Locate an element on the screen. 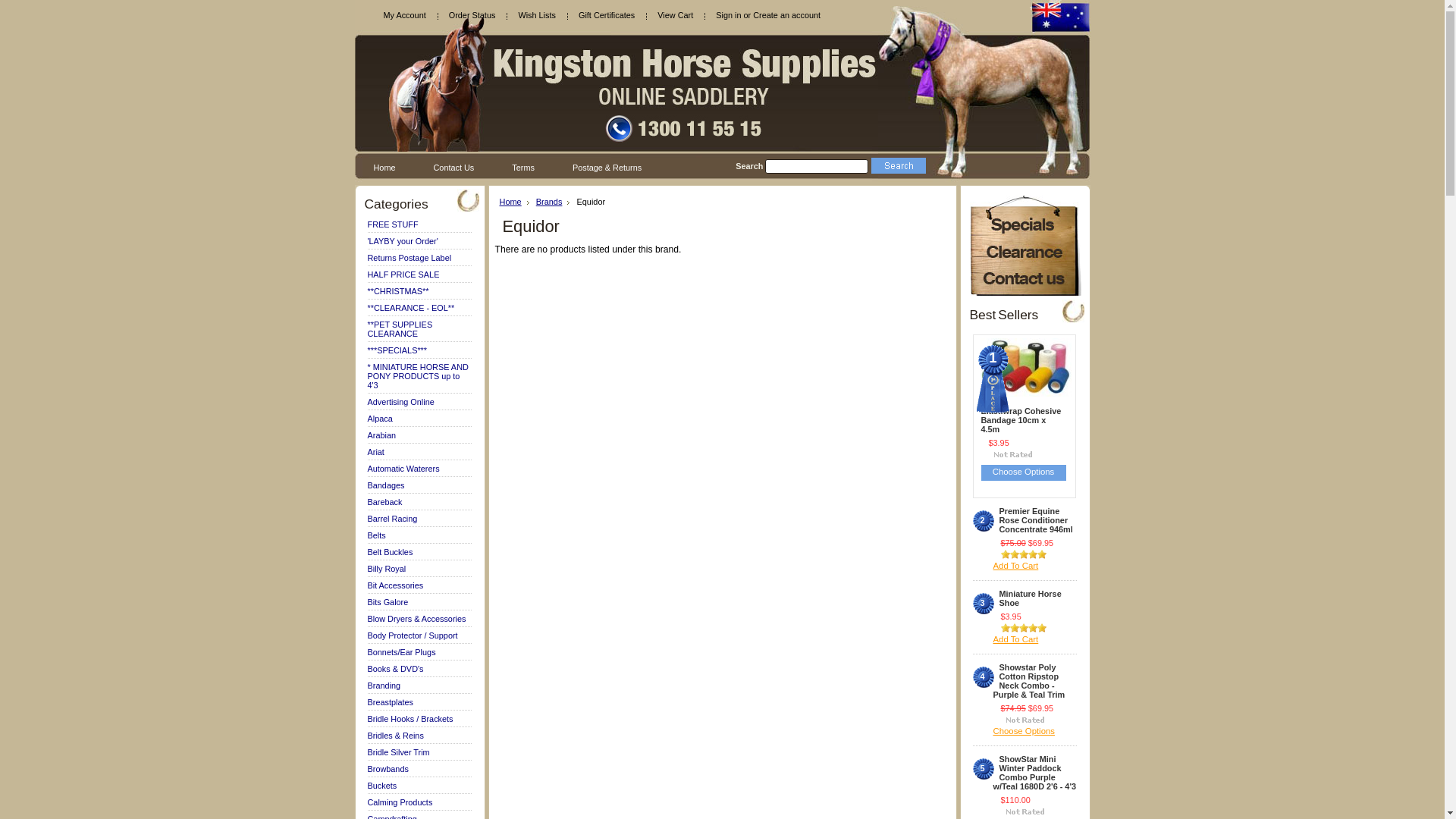 The image size is (1456, 819). 'Bit Accessories' is located at coordinates (395, 584).